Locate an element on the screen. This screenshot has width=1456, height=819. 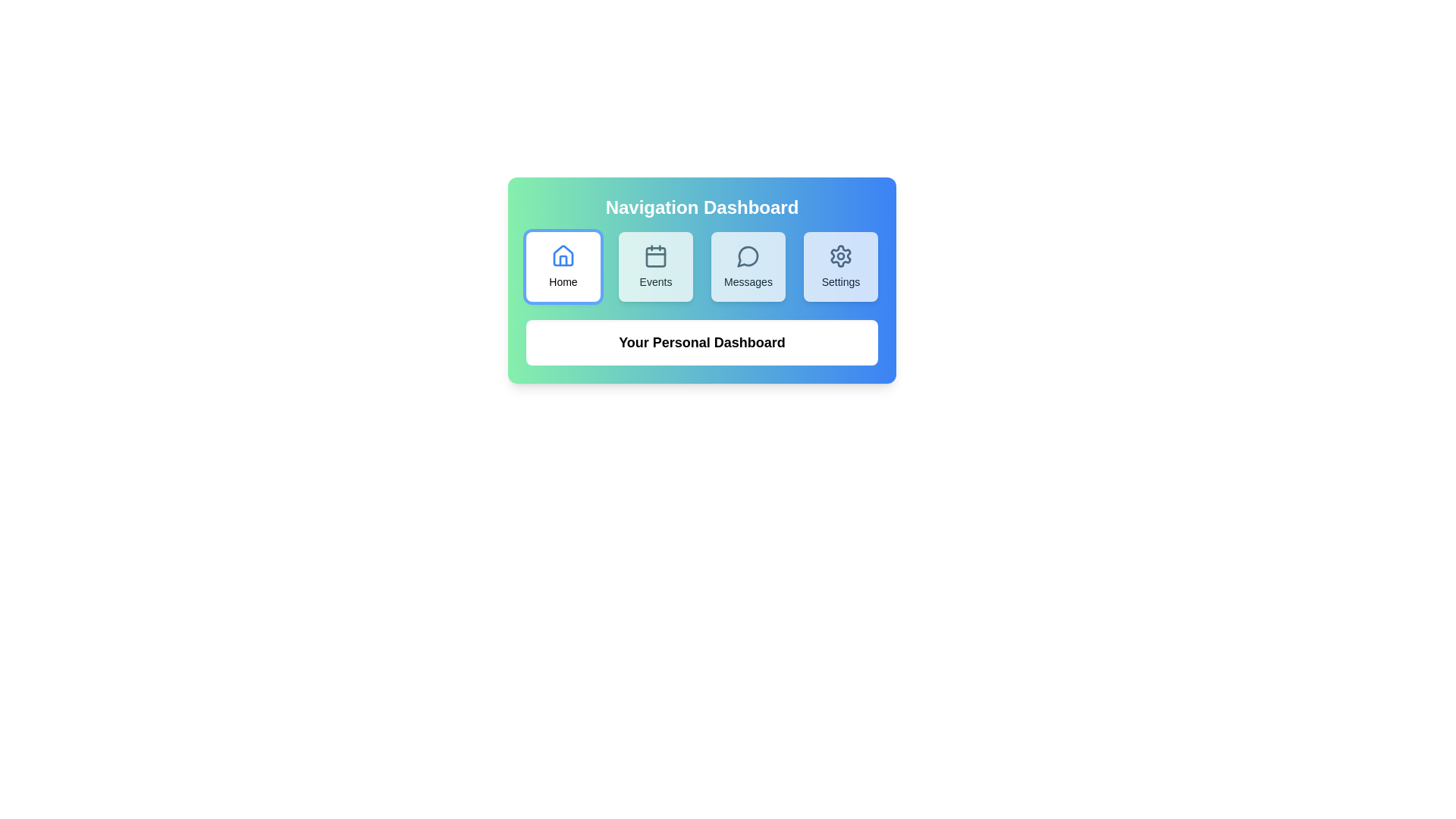
the button labeled 'Settings' with a gear icon to trigger a visual effect is located at coordinates (839, 265).